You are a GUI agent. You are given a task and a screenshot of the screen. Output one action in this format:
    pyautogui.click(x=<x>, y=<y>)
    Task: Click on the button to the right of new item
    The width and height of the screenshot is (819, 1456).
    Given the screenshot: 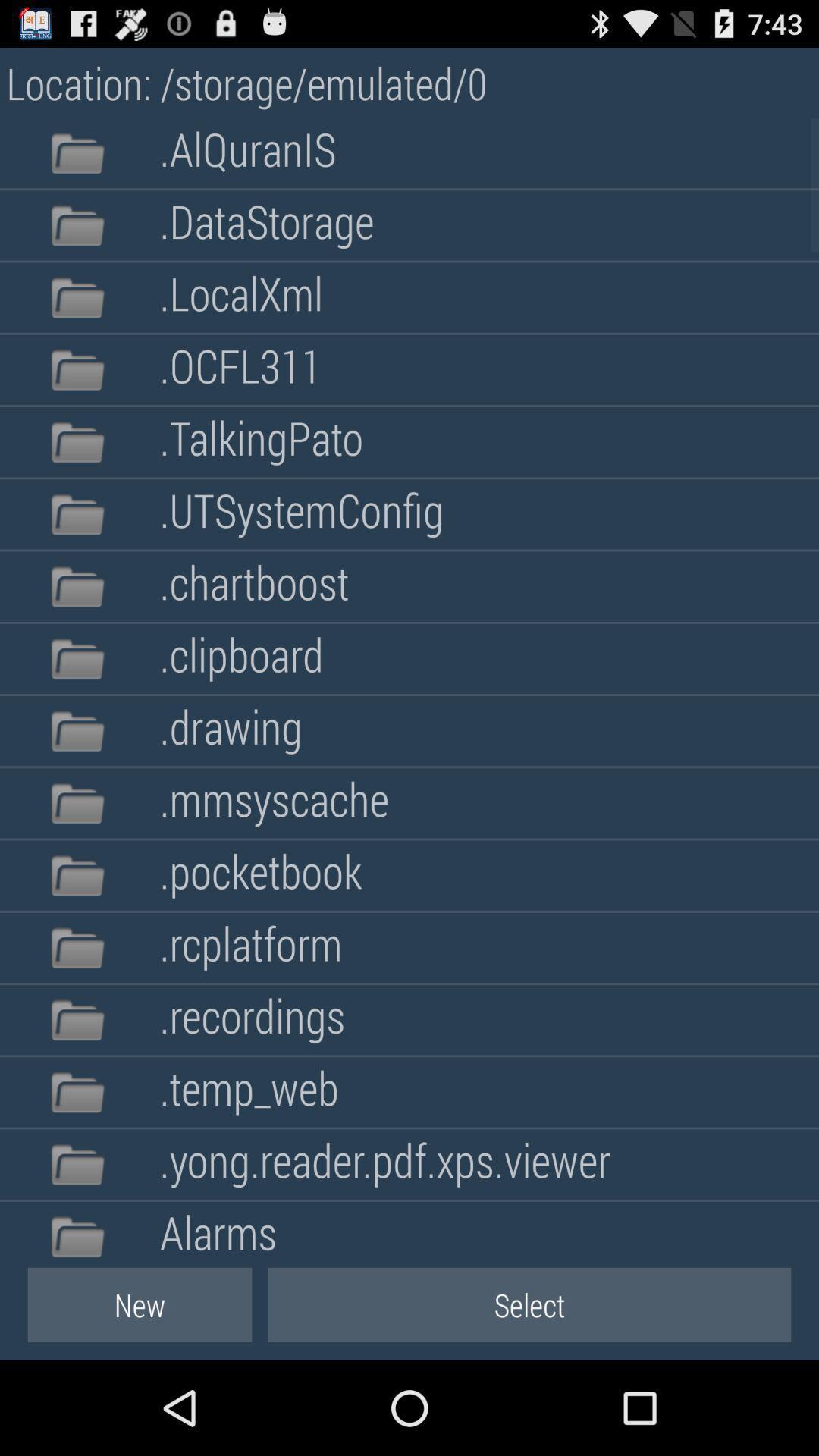 What is the action you would take?
    pyautogui.click(x=529, y=1304)
    